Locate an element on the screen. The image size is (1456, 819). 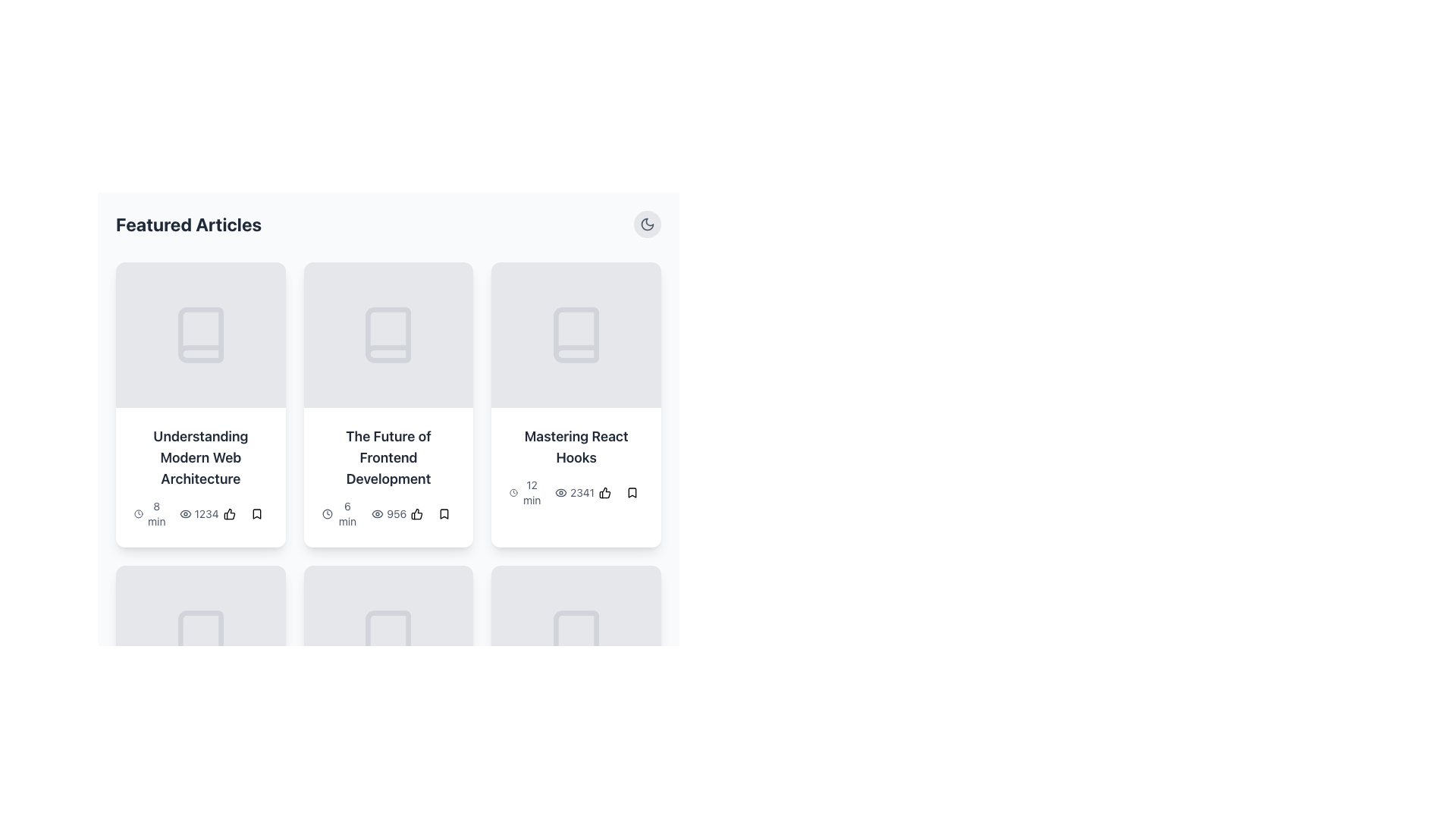
the icon representing the duration of the related article, which is displayed beside the time estimate text '6 min' within the card titled 'The Future of Frontend Development.' is located at coordinates (326, 513).